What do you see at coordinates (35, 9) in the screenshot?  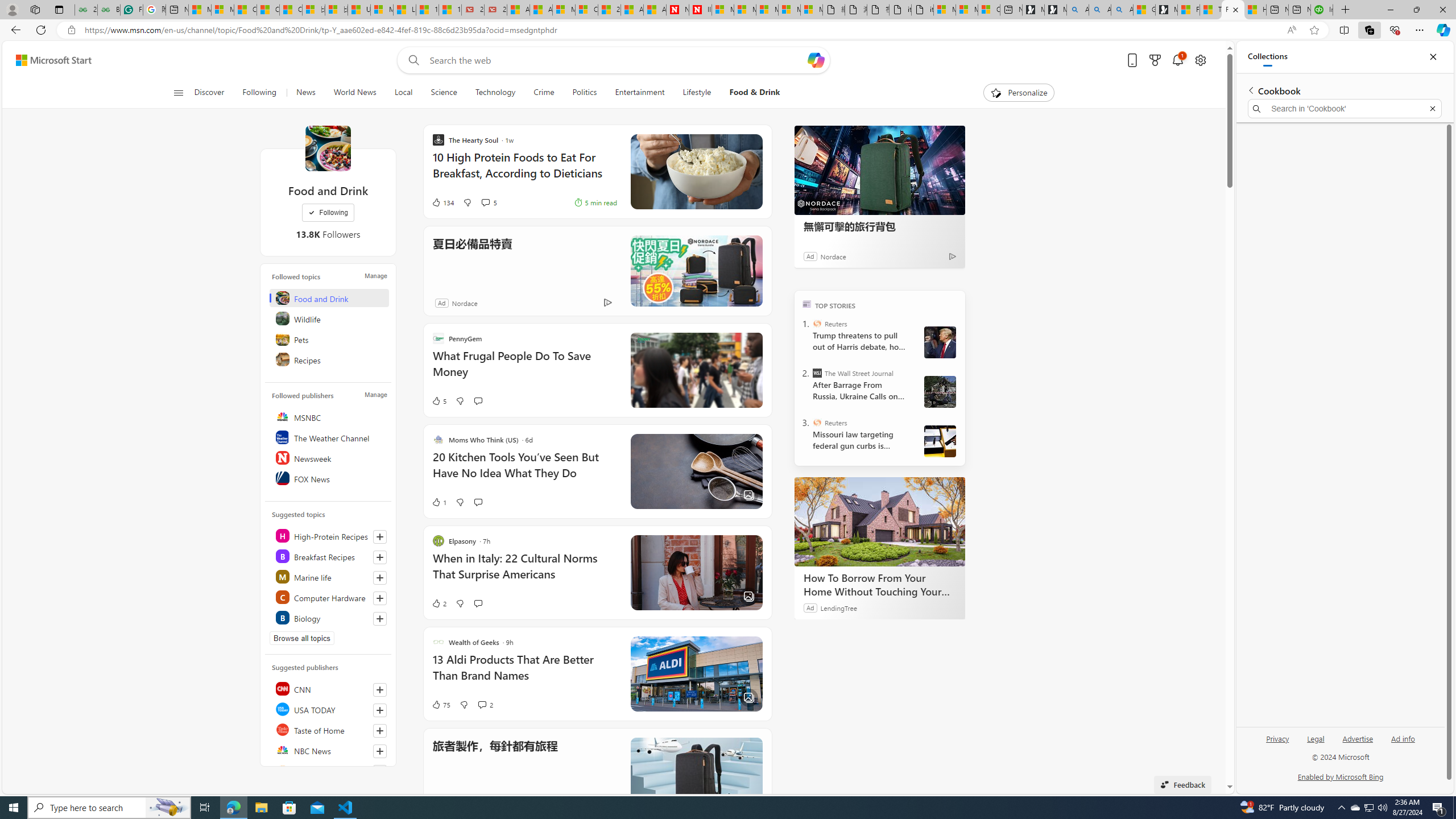 I see `'Workspaces'` at bounding box center [35, 9].